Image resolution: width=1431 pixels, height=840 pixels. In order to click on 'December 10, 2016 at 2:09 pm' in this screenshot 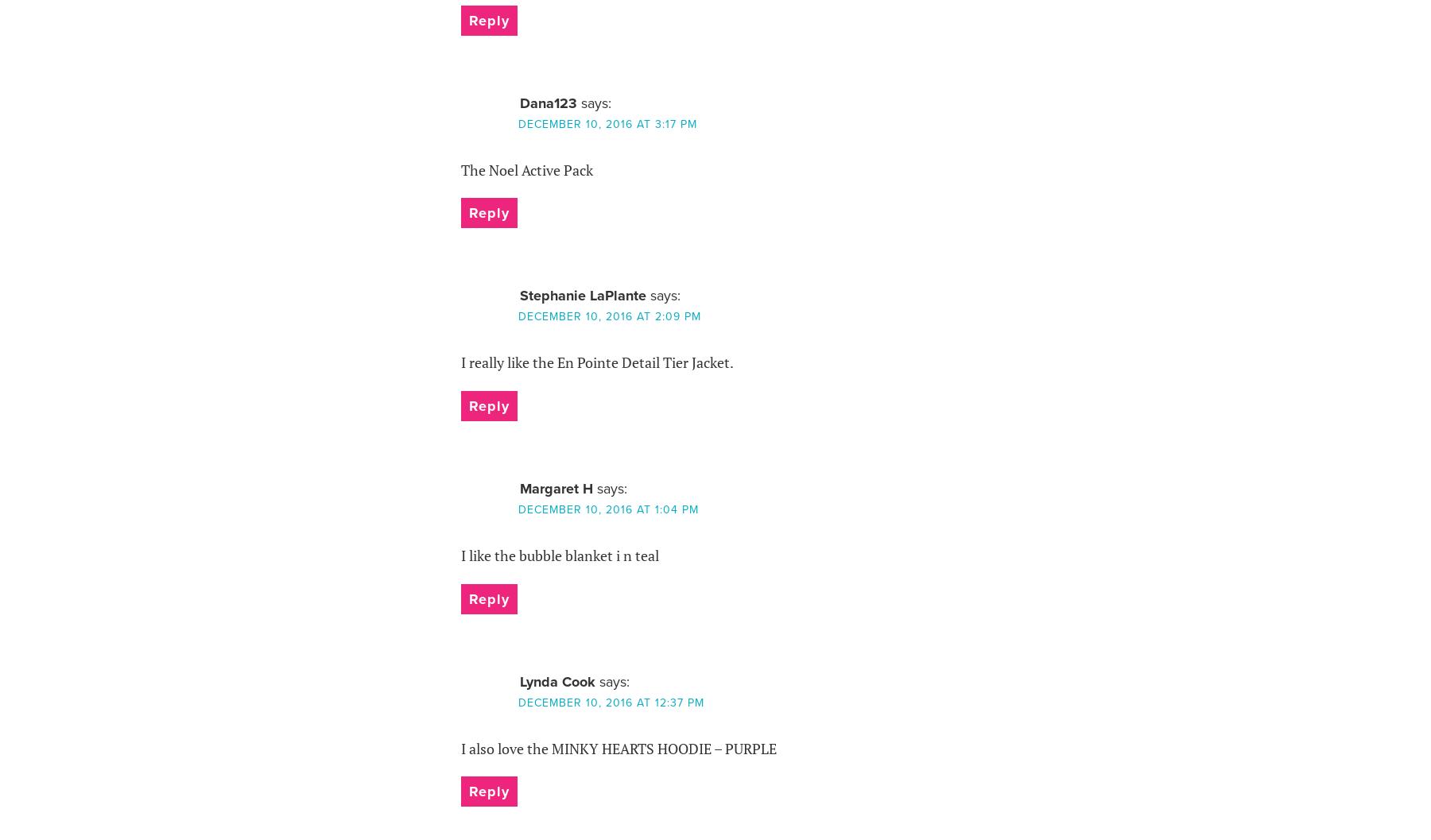, I will do `click(608, 315)`.